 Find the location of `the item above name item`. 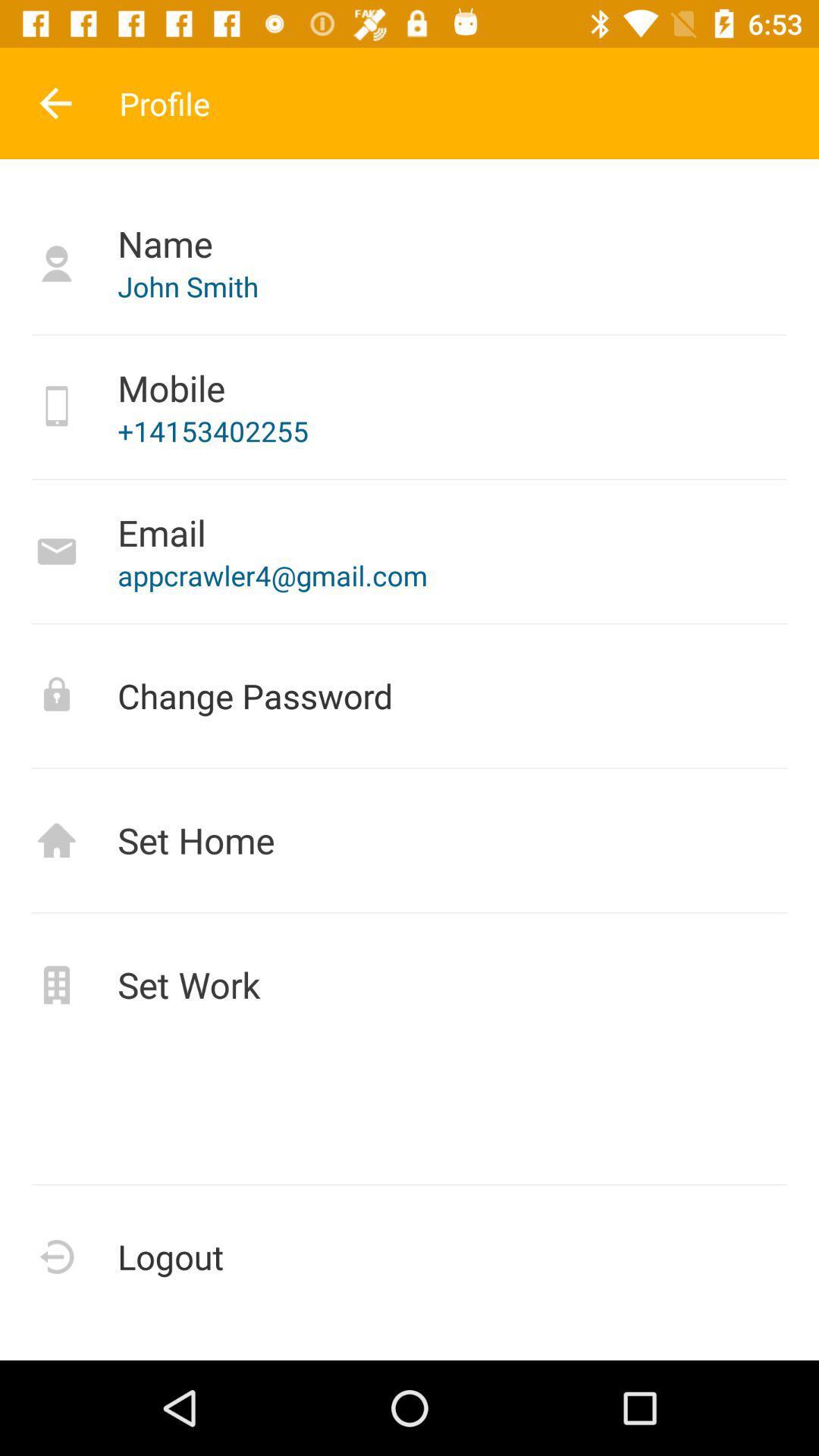

the item above name item is located at coordinates (55, 102).